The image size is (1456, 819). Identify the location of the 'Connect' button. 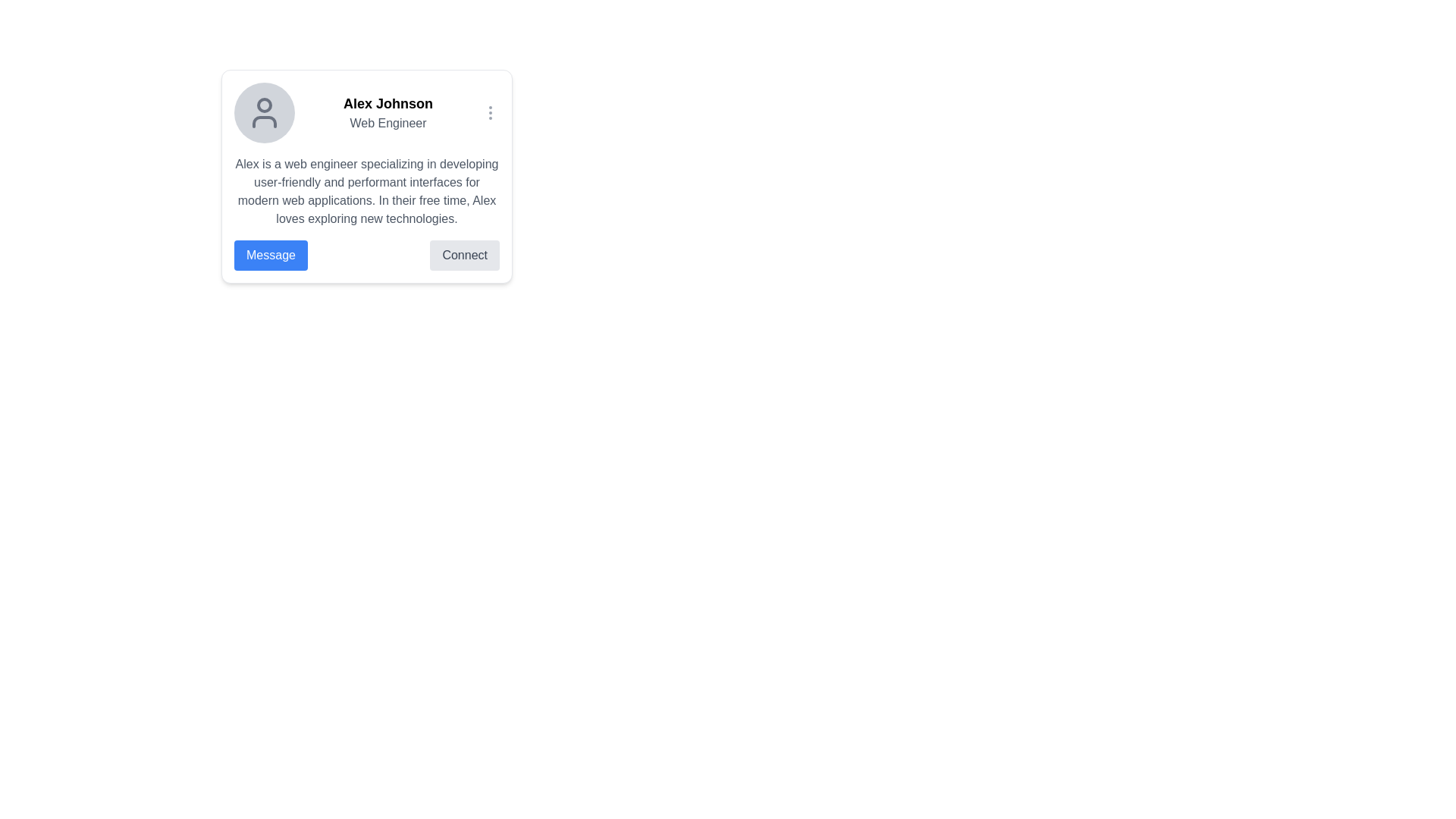
(464, 254).